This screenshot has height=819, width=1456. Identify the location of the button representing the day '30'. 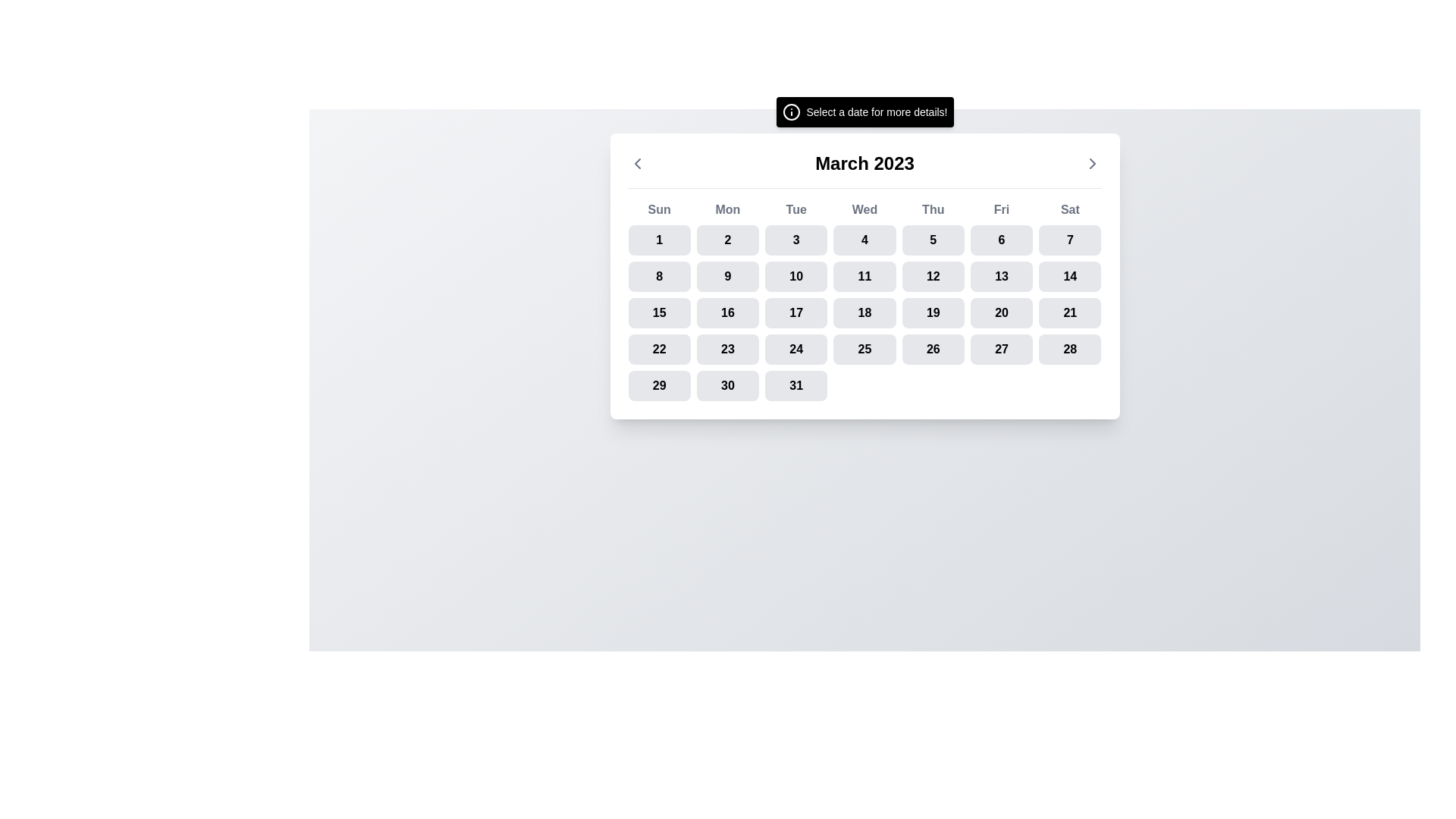
(728, 385).